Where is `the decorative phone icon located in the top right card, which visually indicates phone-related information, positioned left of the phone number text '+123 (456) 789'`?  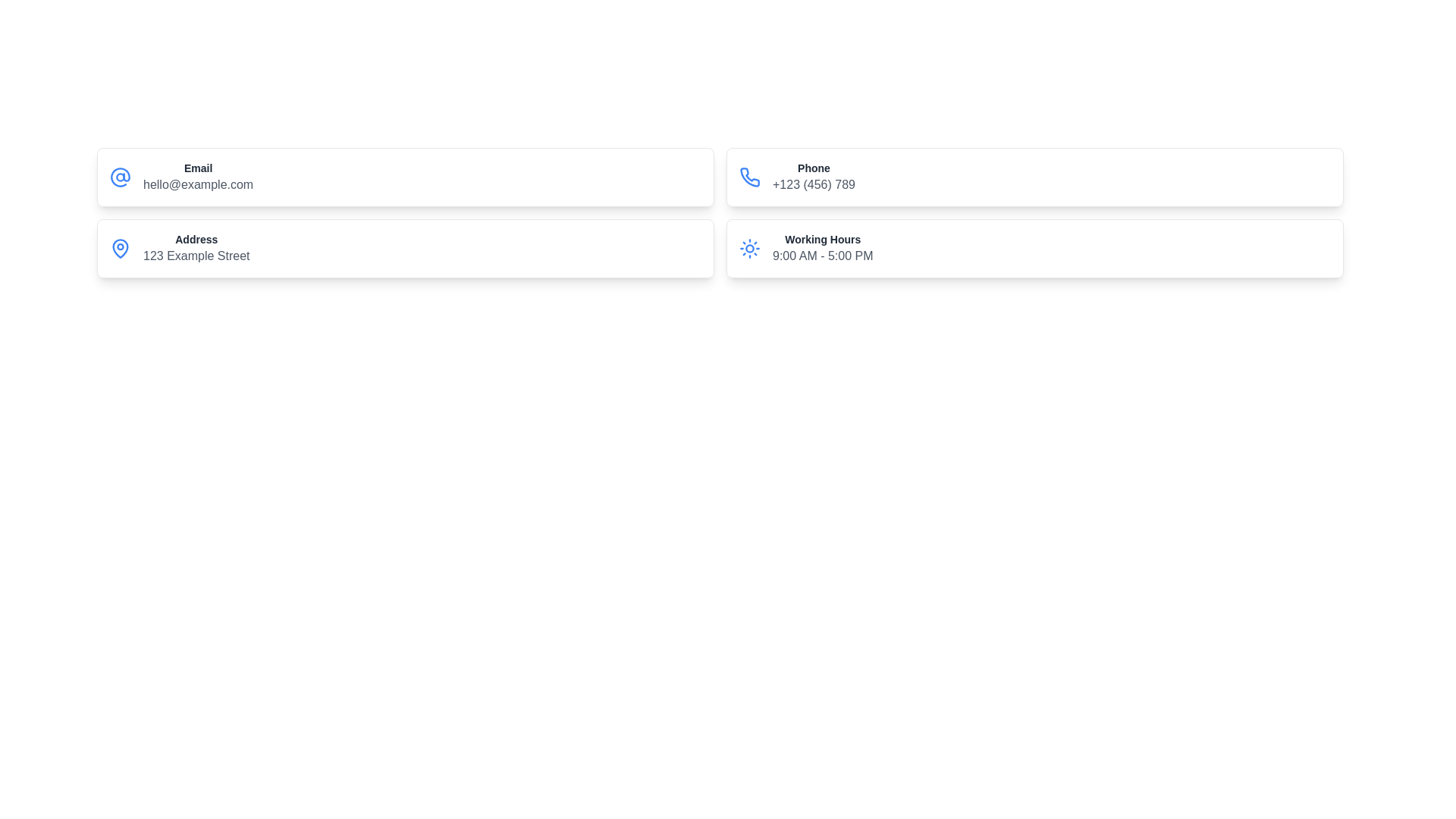 the decorative phone icon located in the top right card, which visually indicates phone-related information, positioned left of the phone number text '+123 (456) 789' is located at coordinates (749, 176).